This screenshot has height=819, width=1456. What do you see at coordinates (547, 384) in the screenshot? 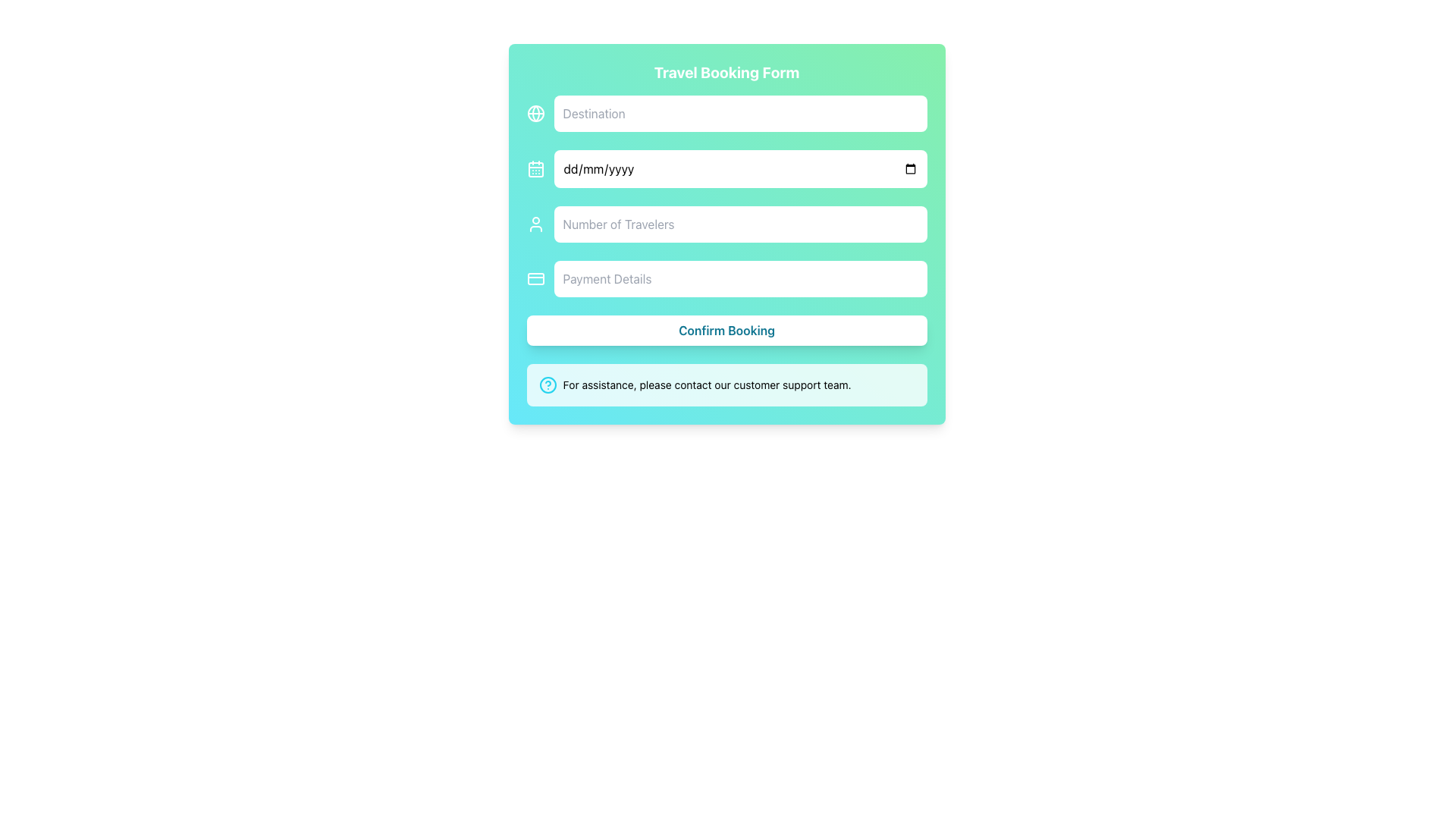
I see `the circular vector graphic icon located at the bottom of the teal panel, adjacent to the assistance text message` at bounding box center [547, 384].